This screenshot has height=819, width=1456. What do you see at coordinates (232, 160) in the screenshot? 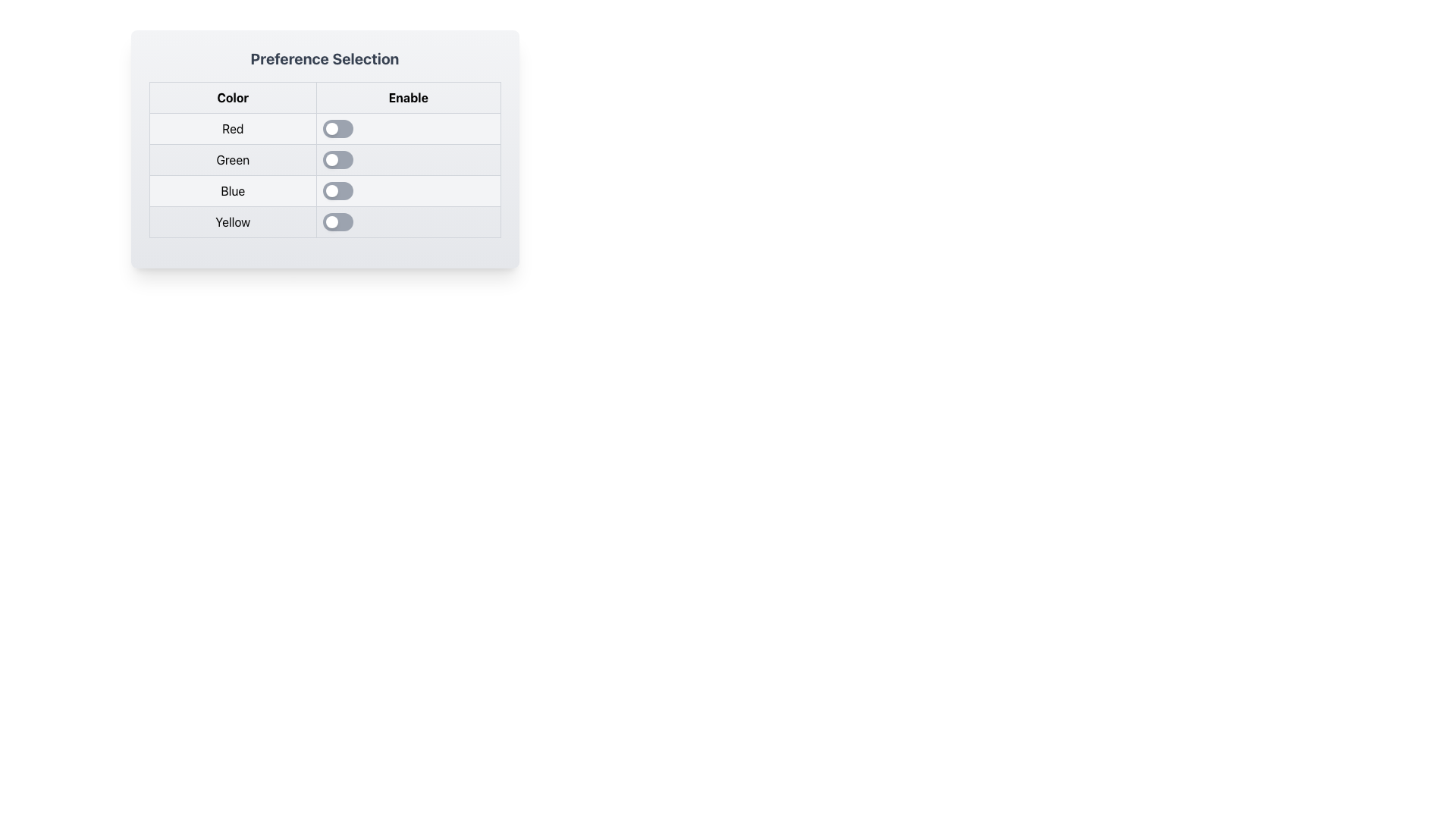
I see `the label with the text 'Green' located in the second row under the 'Color' column of the structured list` at bounding box center [232, 160].